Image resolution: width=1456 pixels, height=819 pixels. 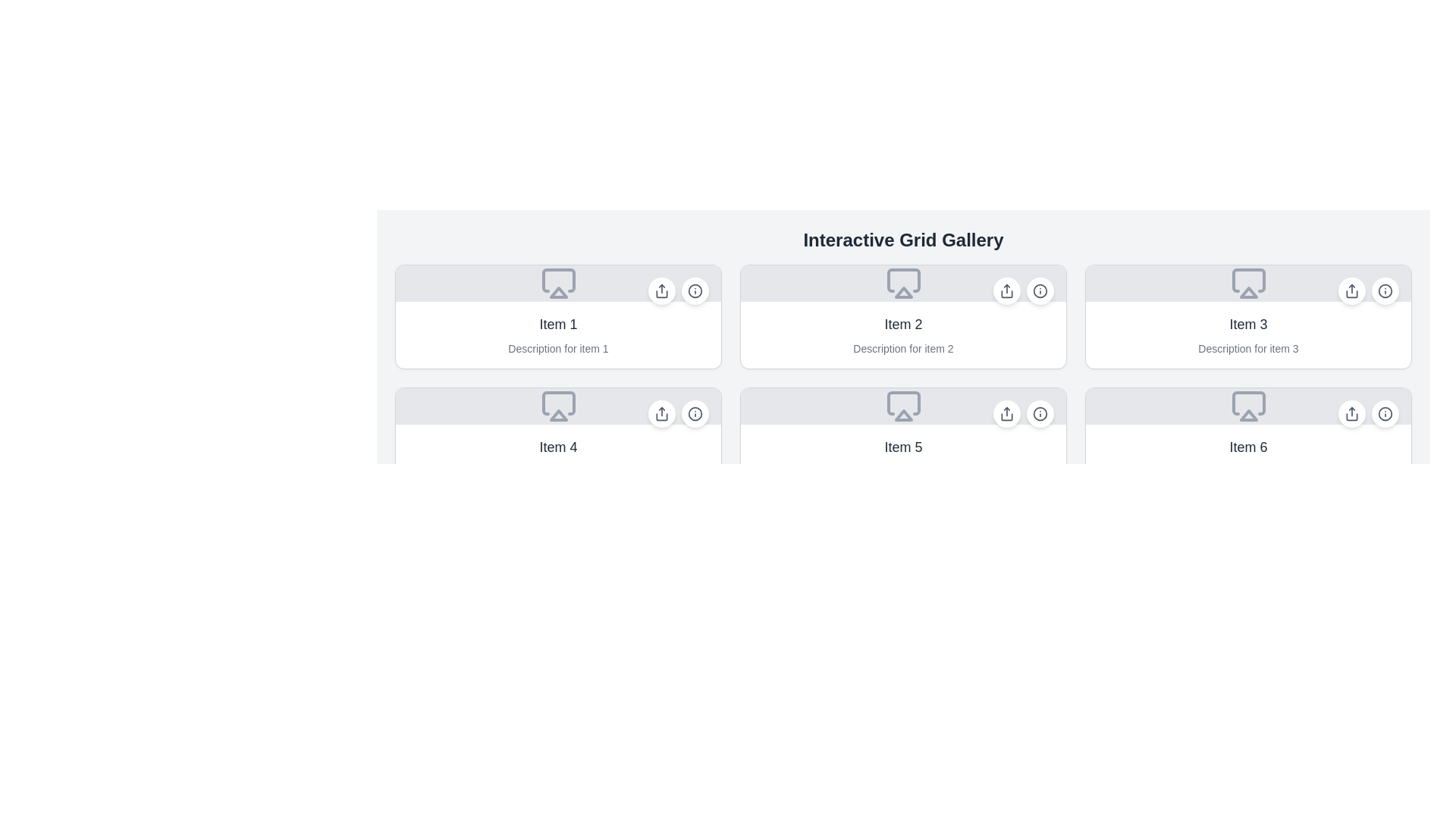 What do you see at coordinates (1248, 284) in the screenshot?
I see `the SVG icon representing electronic or media playback equipment located in the third cell of a 2x3 grid layout, which corresponds to 'Item 3'` at bounding box center [1248, 284].